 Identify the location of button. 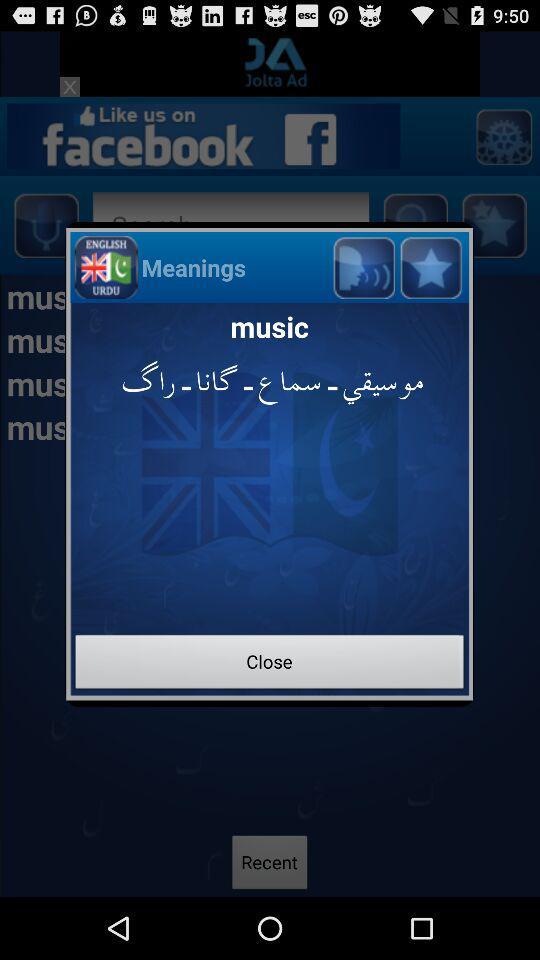
(429, 266).